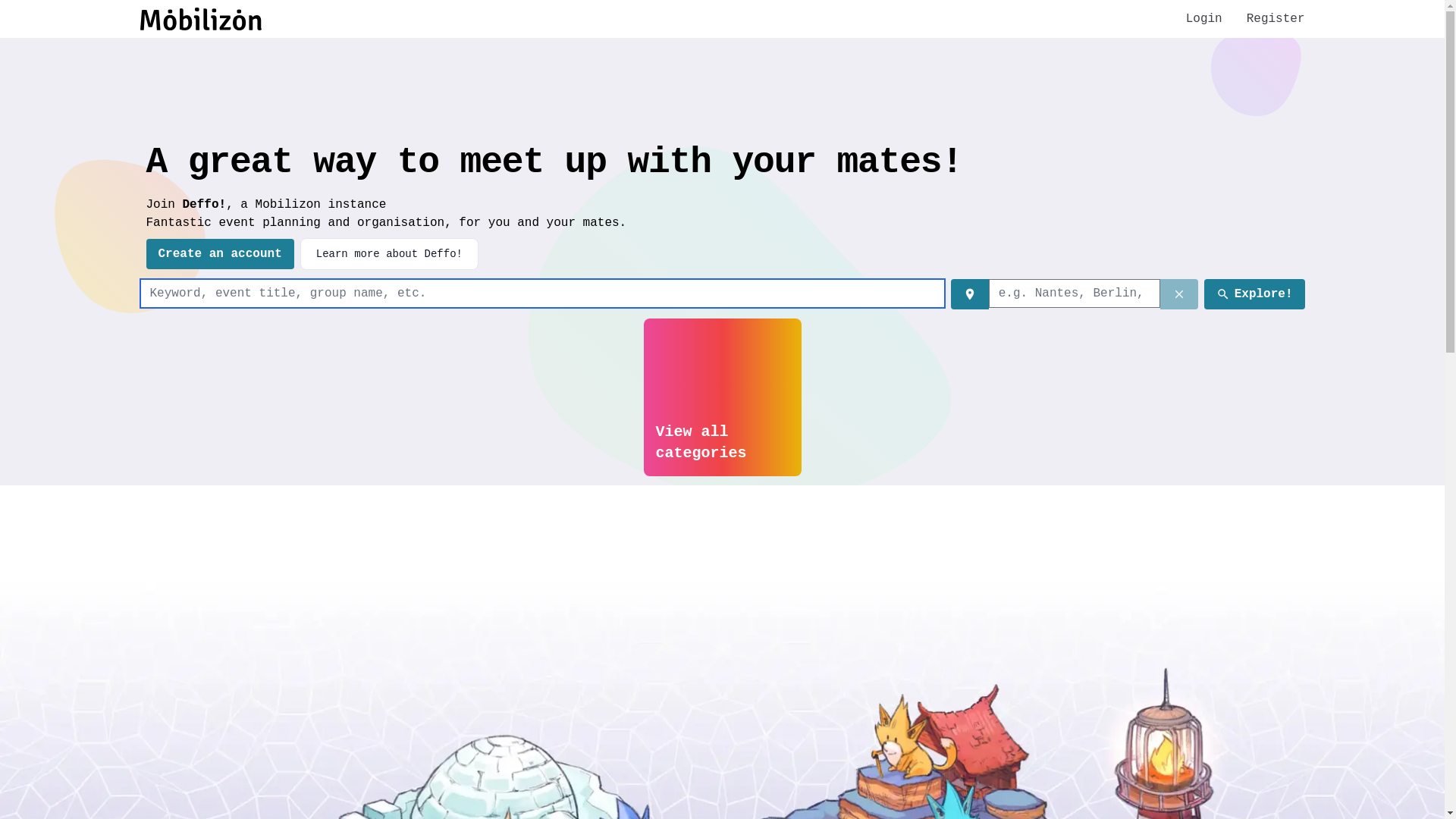  I want to click on 'Create an account', so click(146, 253).